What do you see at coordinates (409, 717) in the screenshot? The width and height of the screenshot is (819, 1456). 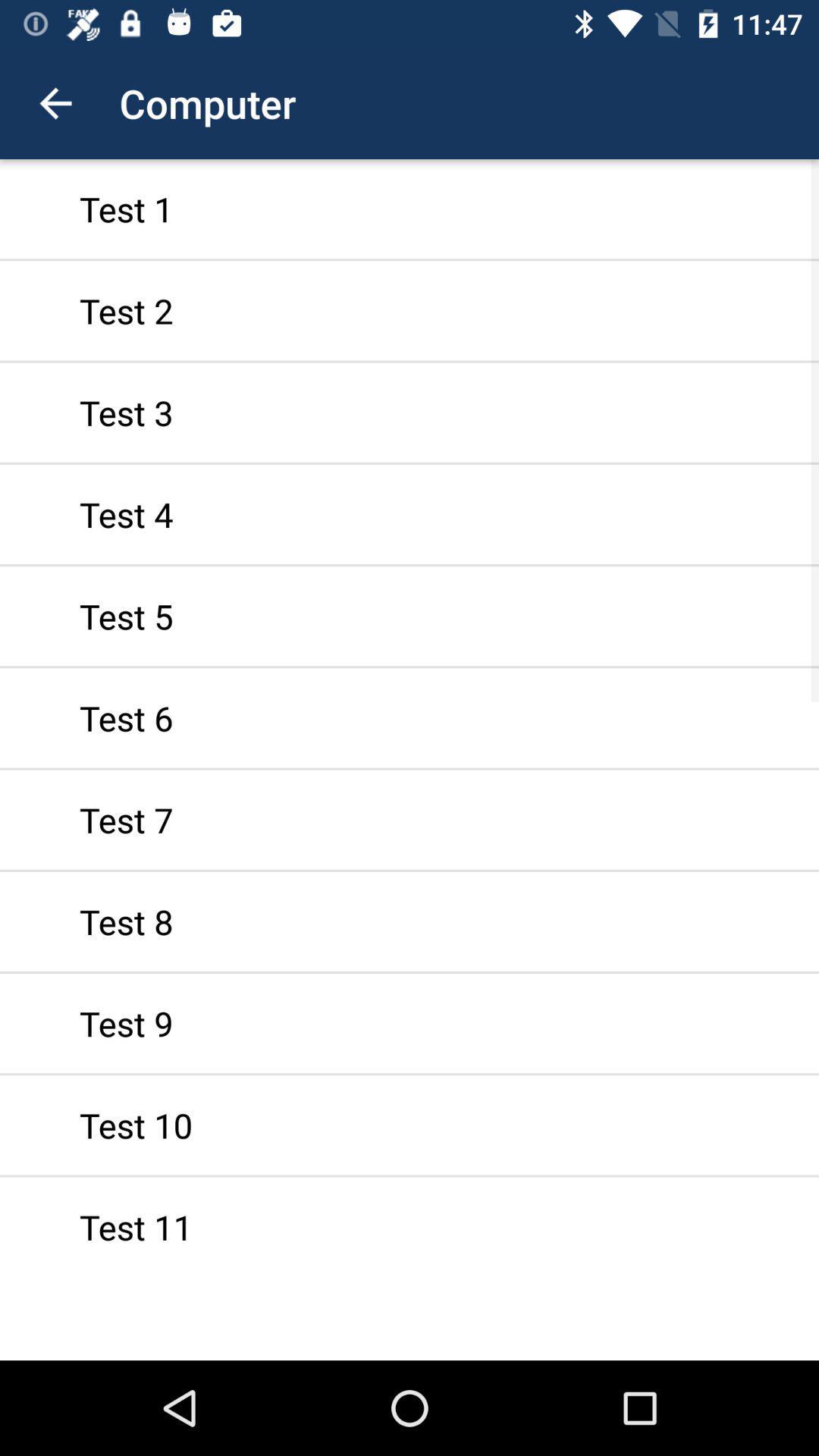 I see `the icon below the test 5 item` at bounding box center [409, 717].